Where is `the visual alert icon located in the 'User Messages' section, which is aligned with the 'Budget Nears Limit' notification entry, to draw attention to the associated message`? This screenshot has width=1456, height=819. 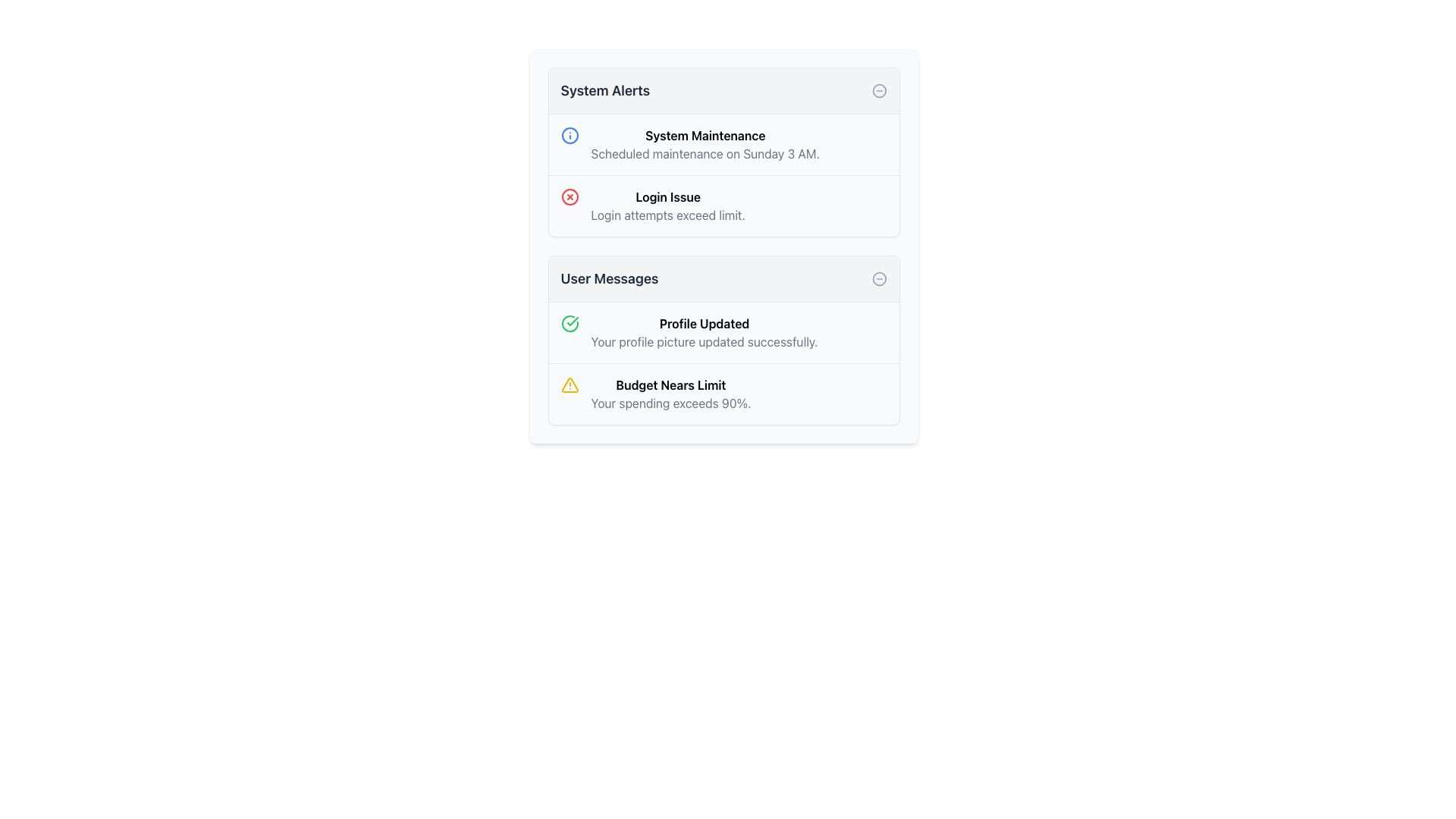 the visual alert icon located in the 'User Messages' section, which is aligned with the 'Budget Nears Limit' notification entry, to draw attention to the associated message is located at coordinates (569, 384).